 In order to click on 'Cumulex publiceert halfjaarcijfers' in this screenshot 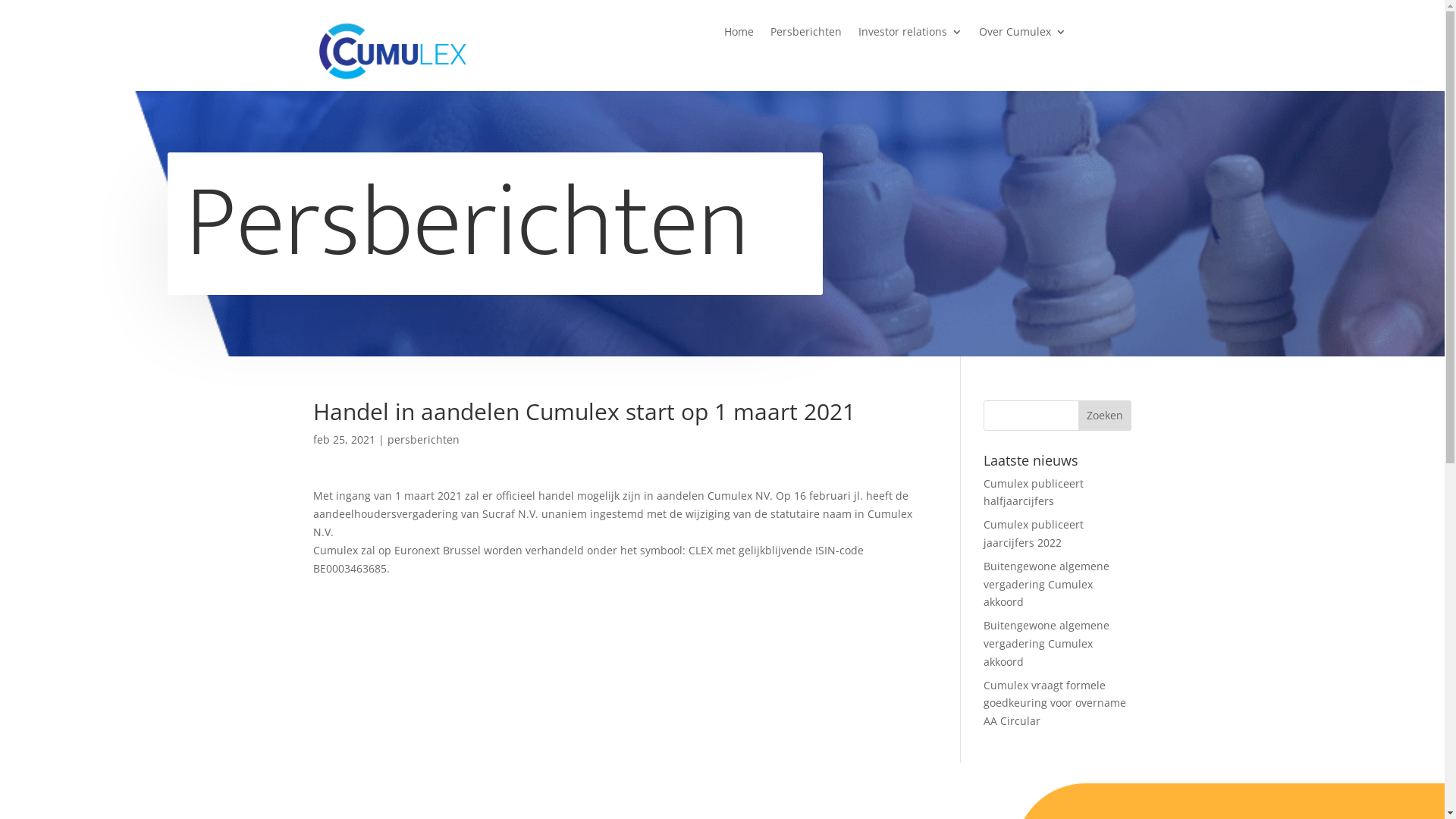, I will do `click(1033, 492)`.